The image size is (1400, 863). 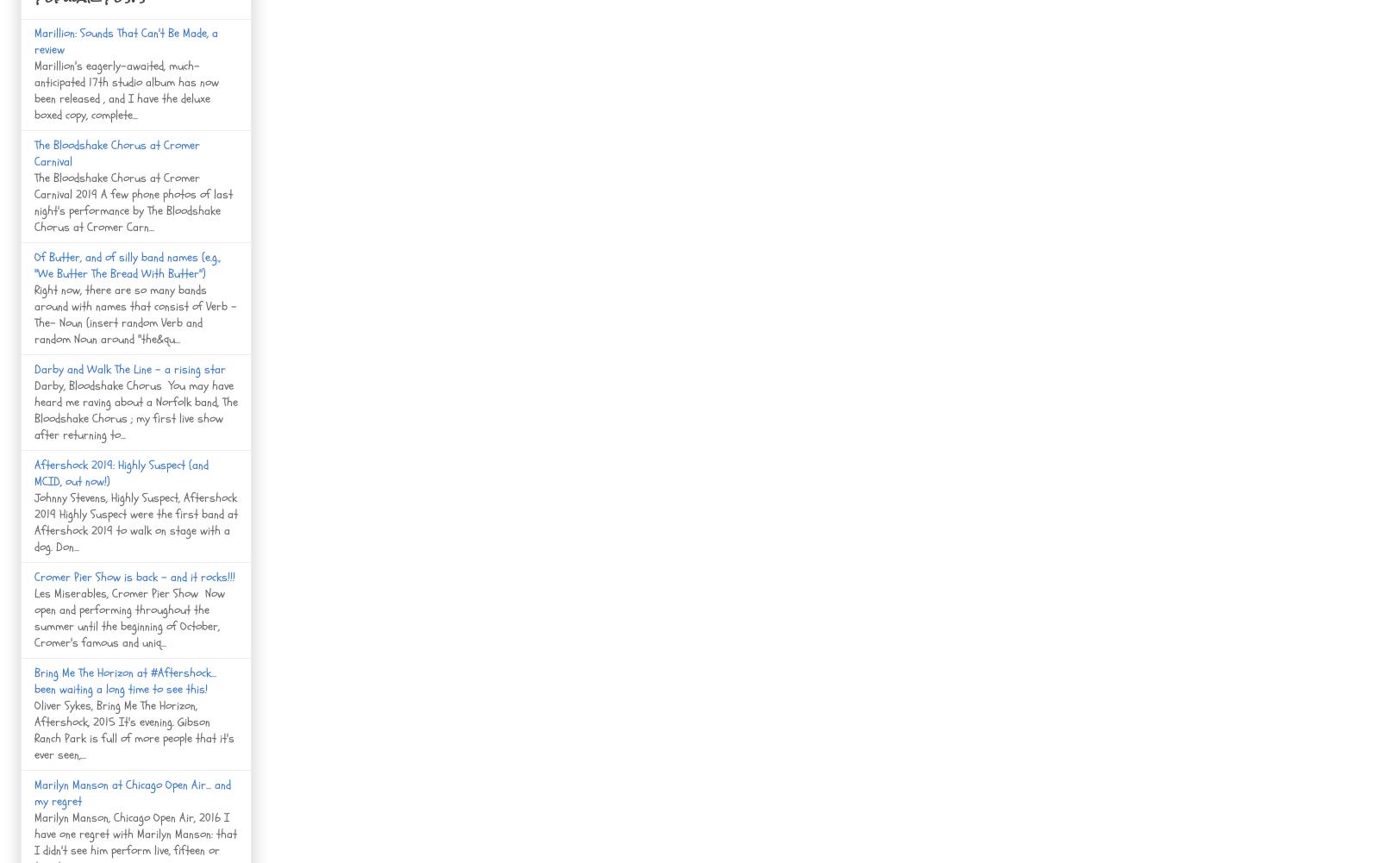 What do you see at coordinates (134, 575) in the screenshot?
I see `'Cromer Pier Show is back - and it rocks!!!'` at bounding box center [134, 575].